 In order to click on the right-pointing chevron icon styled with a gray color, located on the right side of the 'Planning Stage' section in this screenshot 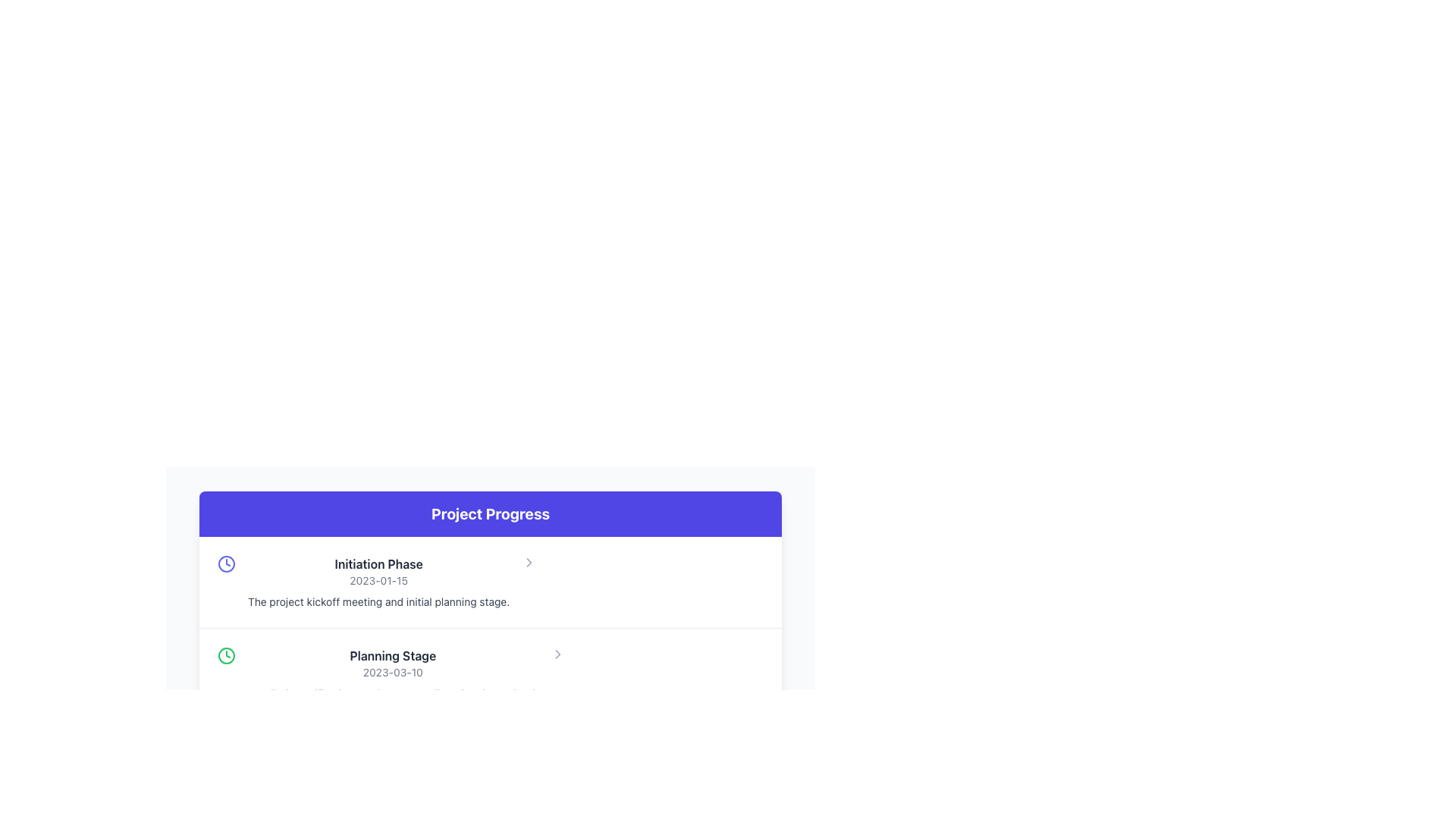, I will do `click(557, 654)`.